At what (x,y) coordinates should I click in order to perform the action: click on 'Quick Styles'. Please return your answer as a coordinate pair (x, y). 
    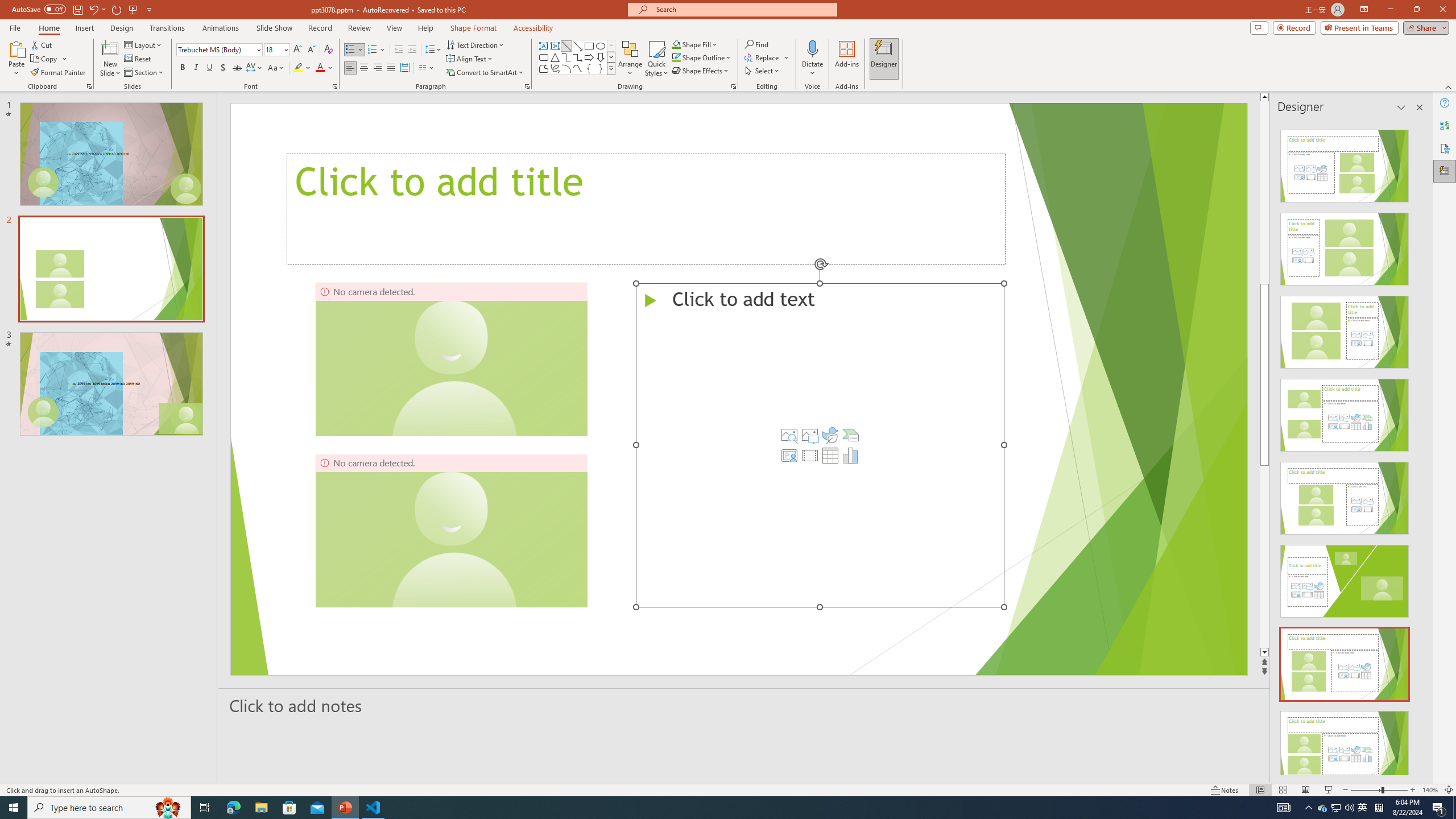
    Looking at the image, I should click on (656, 59).